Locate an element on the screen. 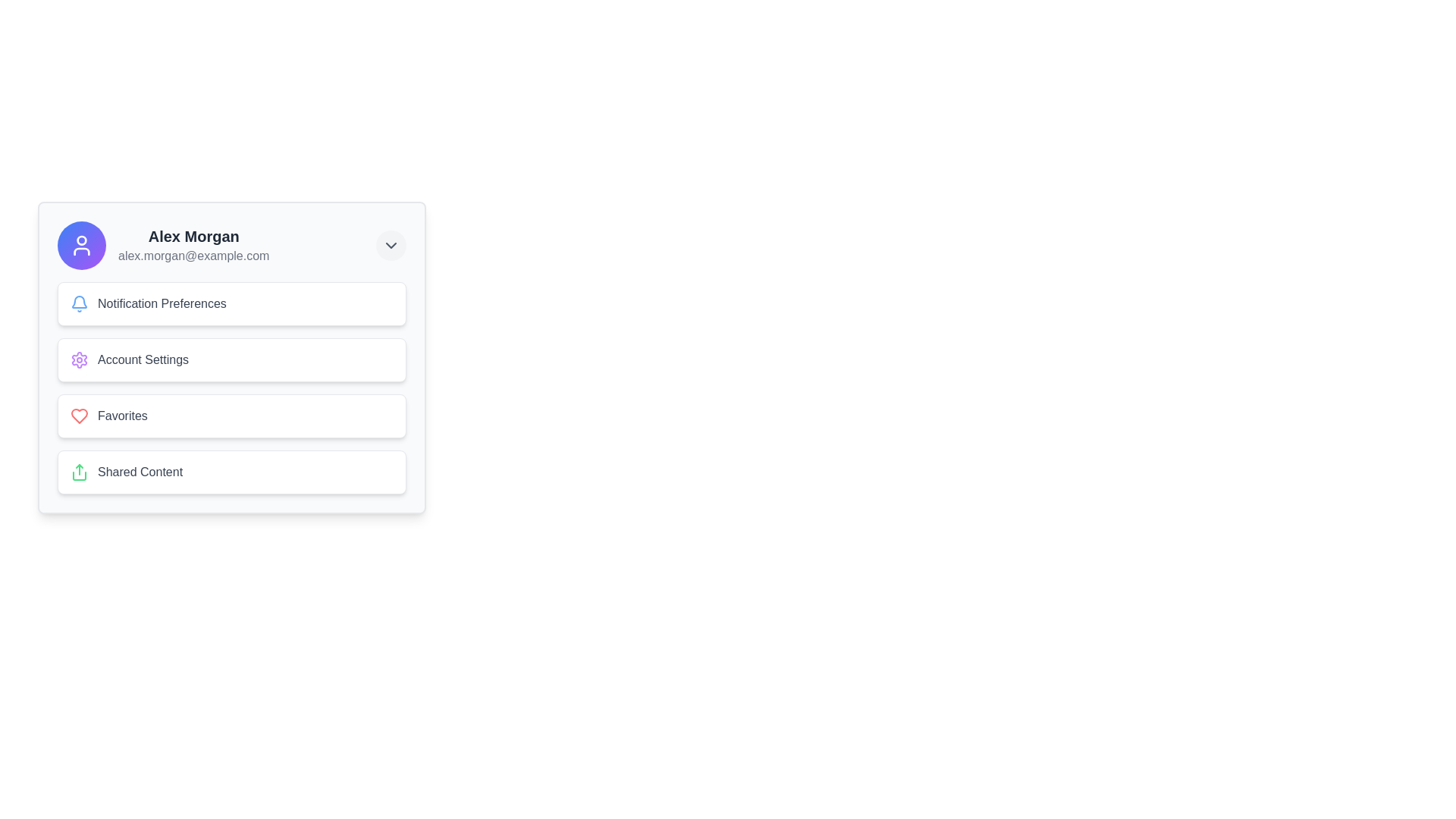 Image resolution: width=1456 pixels, height=819 pixels. the Profile header component to inspect user details, located at the top of the card above 'Notification Preferences' is located at coordinates (231, 245).